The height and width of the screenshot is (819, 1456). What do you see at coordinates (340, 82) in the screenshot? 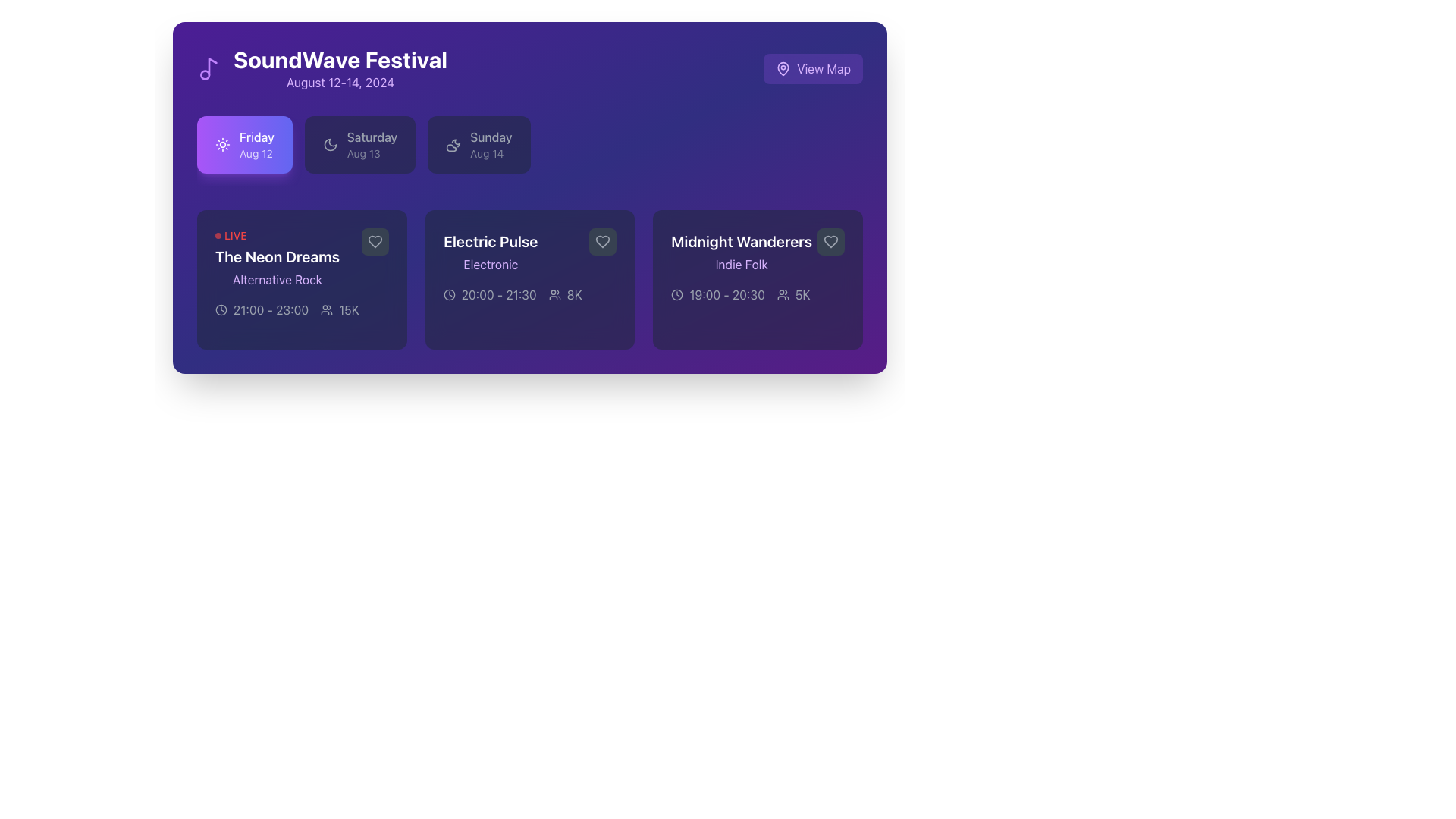
I see `the interactive Text label providing the date range for the 'SoundWave Festival' event, positioned directly below the title in the top-left section of the page` at bounding box center [340, 82].